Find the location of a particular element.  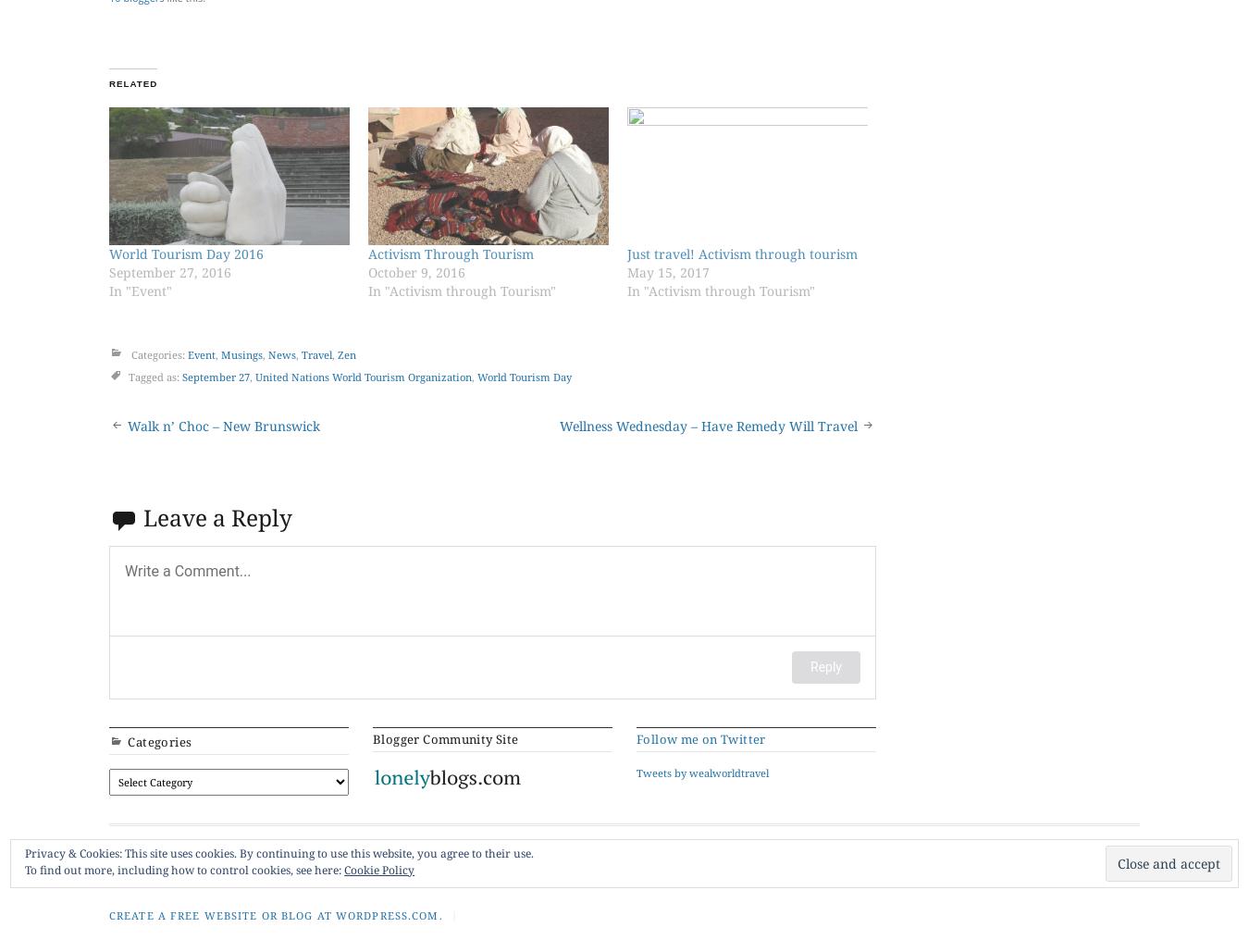

'Travel' is located at coordinates (243, 847).